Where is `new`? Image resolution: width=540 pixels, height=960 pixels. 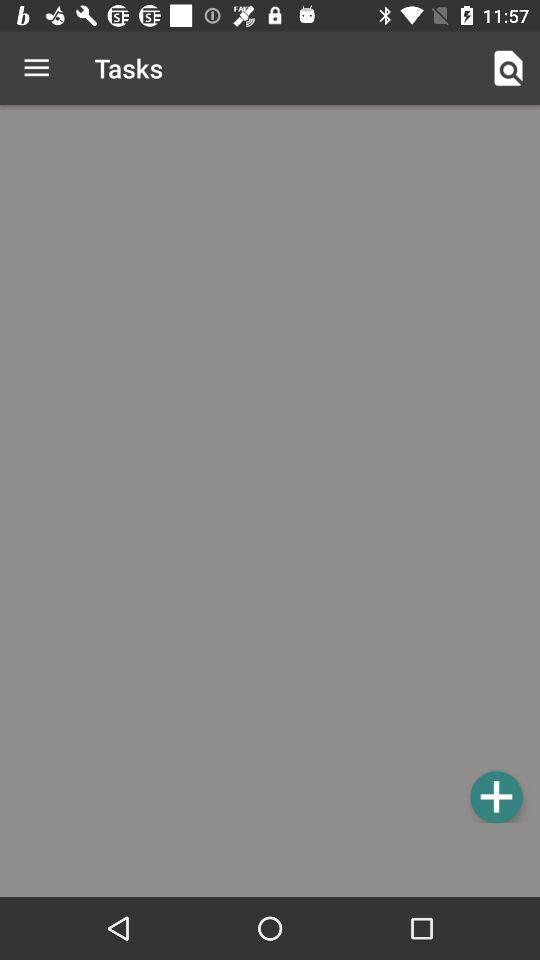 new is located at coordinates (495, 796).